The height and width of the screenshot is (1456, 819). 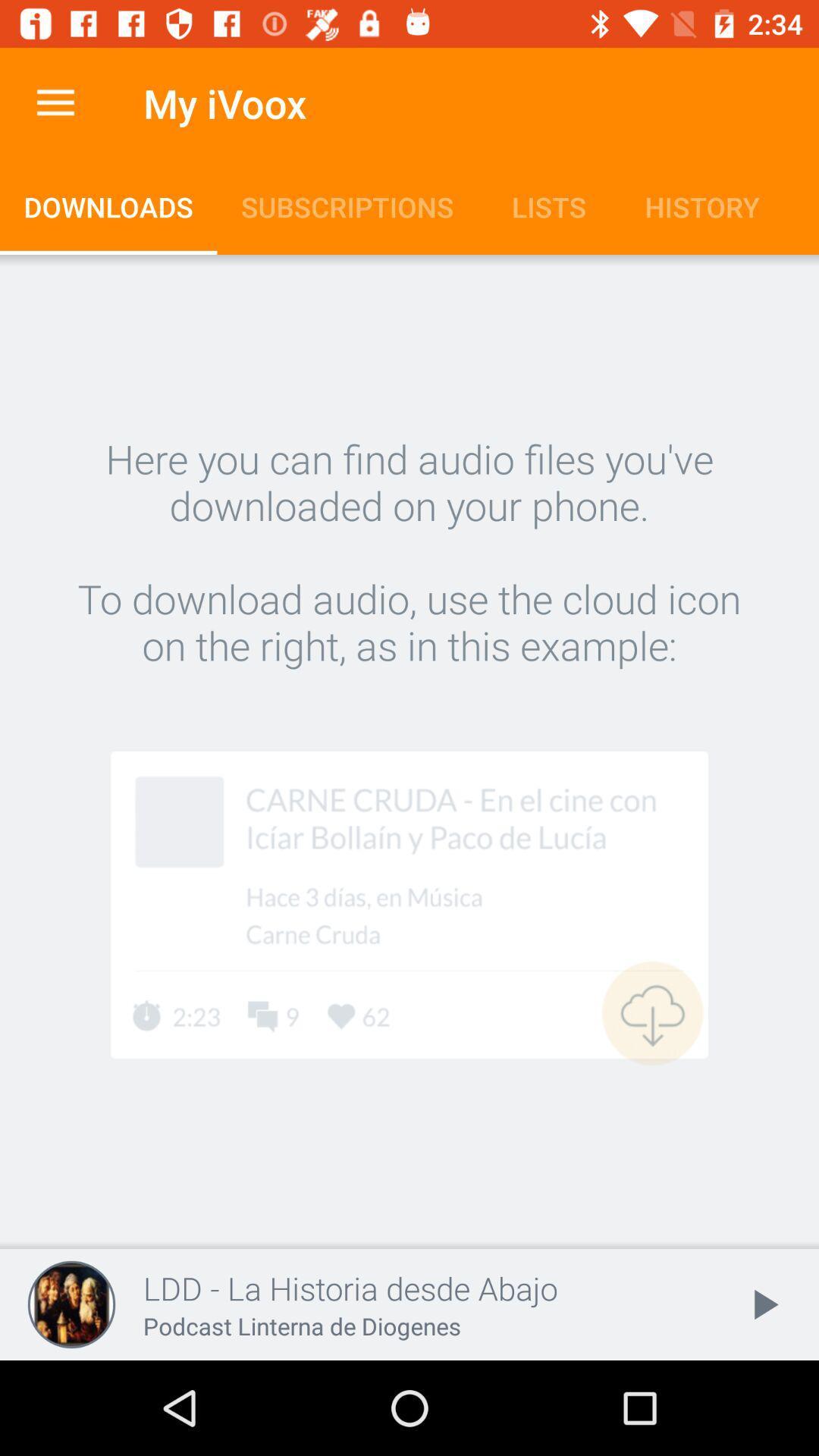 What do you see at coordinates (763, 1304) in the screenshot?
I see `the icon to the right of ldd la historia icon` at bounding box center [763, 1304].